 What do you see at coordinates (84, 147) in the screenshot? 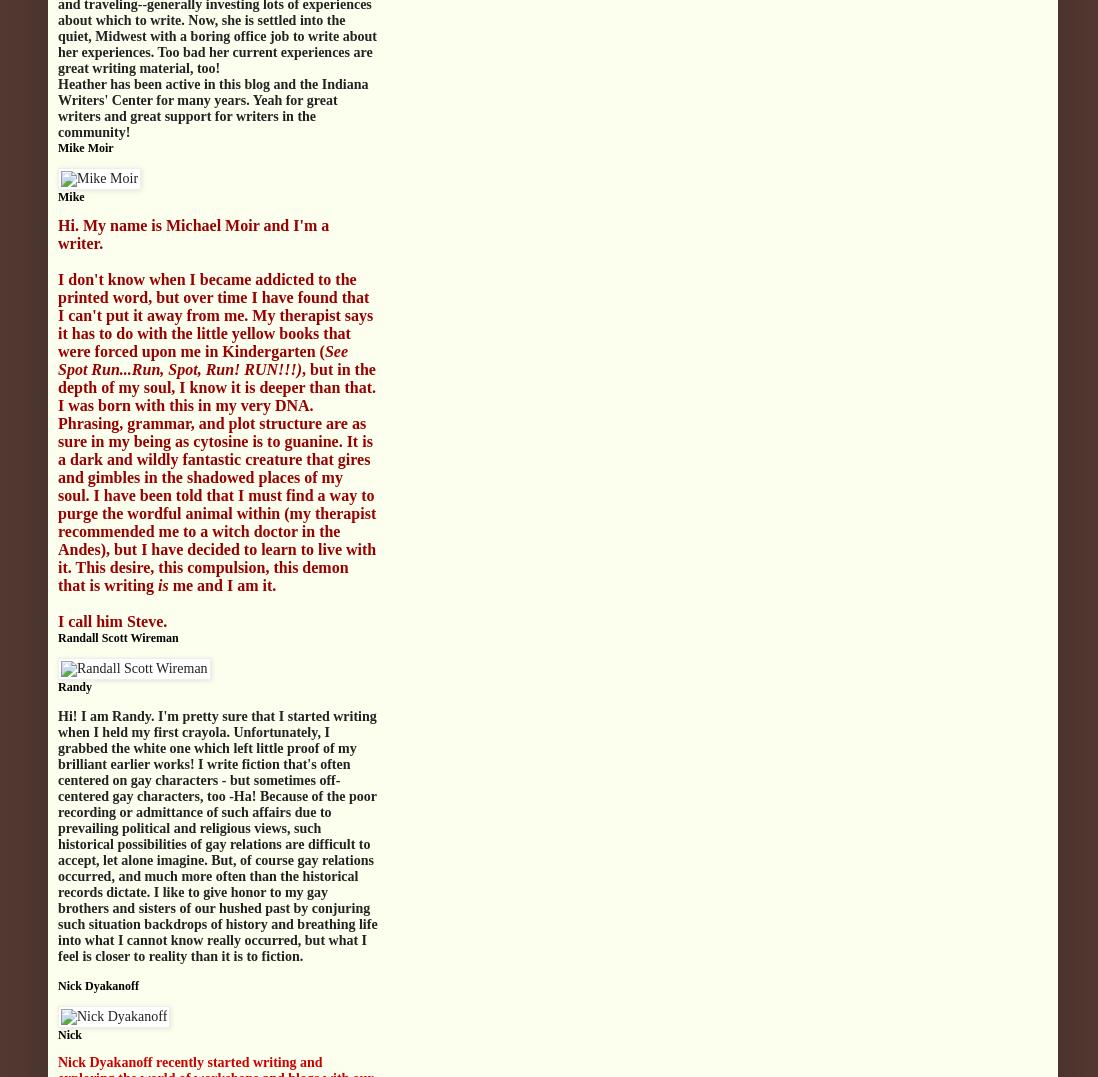
I see `'Mike Moir'` at bounding box center [84, 147].